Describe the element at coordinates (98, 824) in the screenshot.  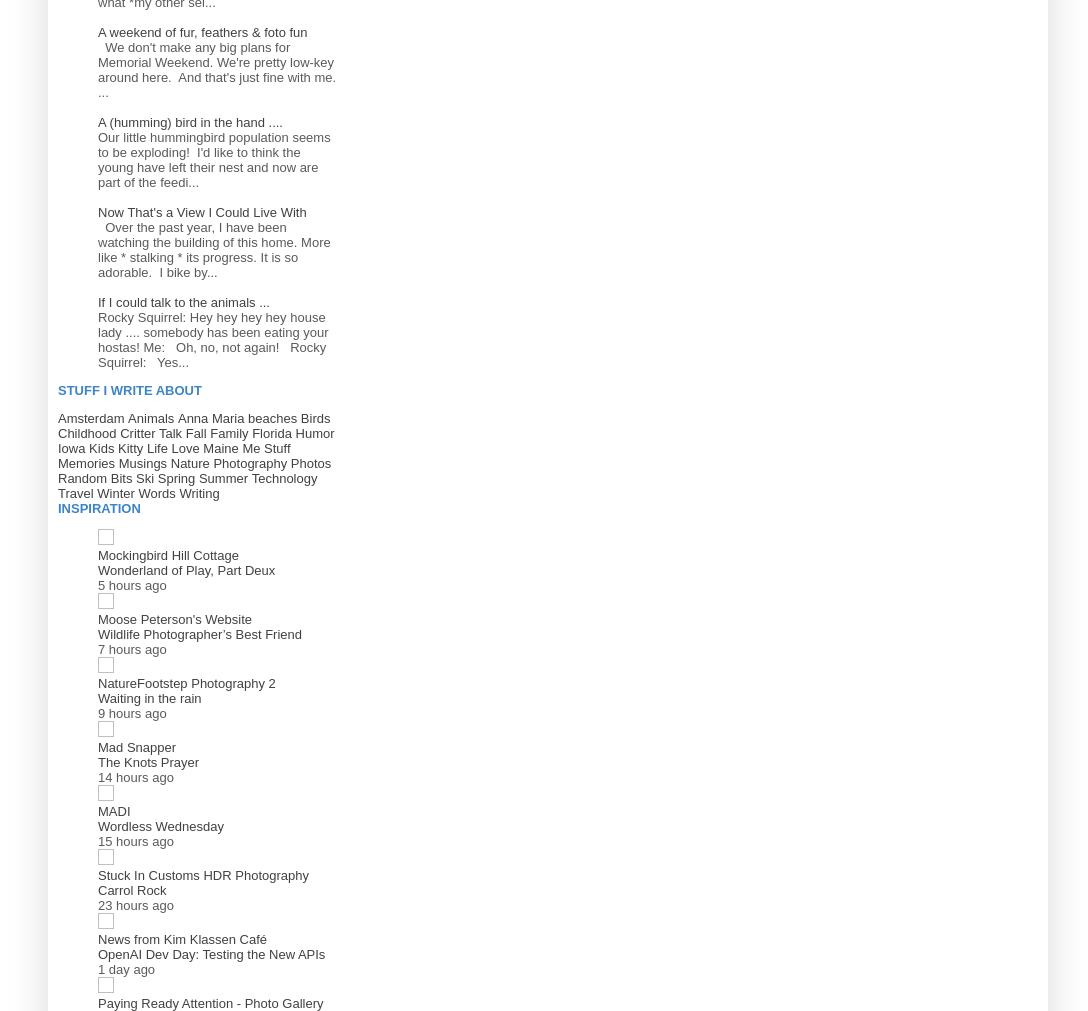
I see `'Wordless Wednesday'` at that location.